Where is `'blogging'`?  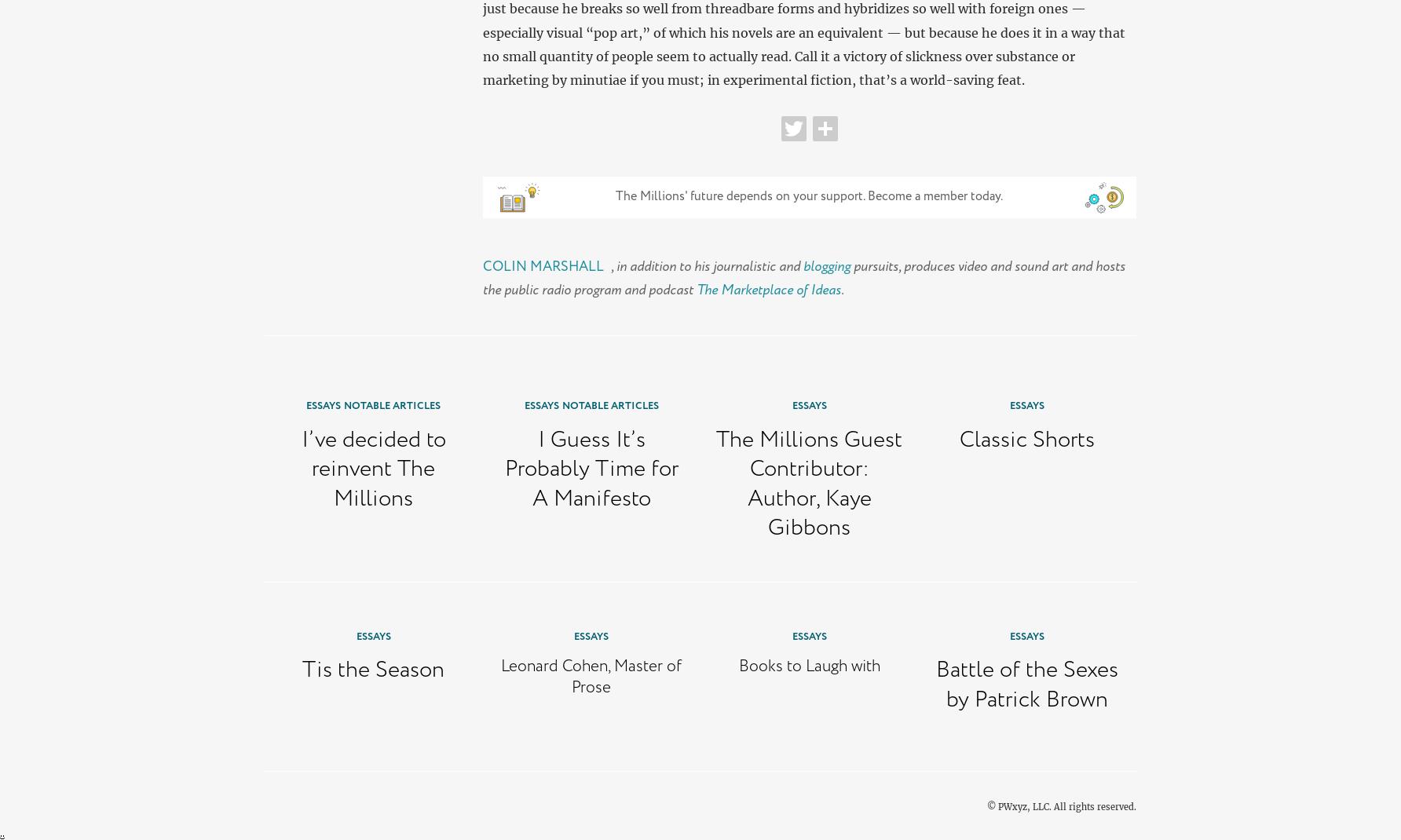 'blogging' is located at coordinates (825, 265).